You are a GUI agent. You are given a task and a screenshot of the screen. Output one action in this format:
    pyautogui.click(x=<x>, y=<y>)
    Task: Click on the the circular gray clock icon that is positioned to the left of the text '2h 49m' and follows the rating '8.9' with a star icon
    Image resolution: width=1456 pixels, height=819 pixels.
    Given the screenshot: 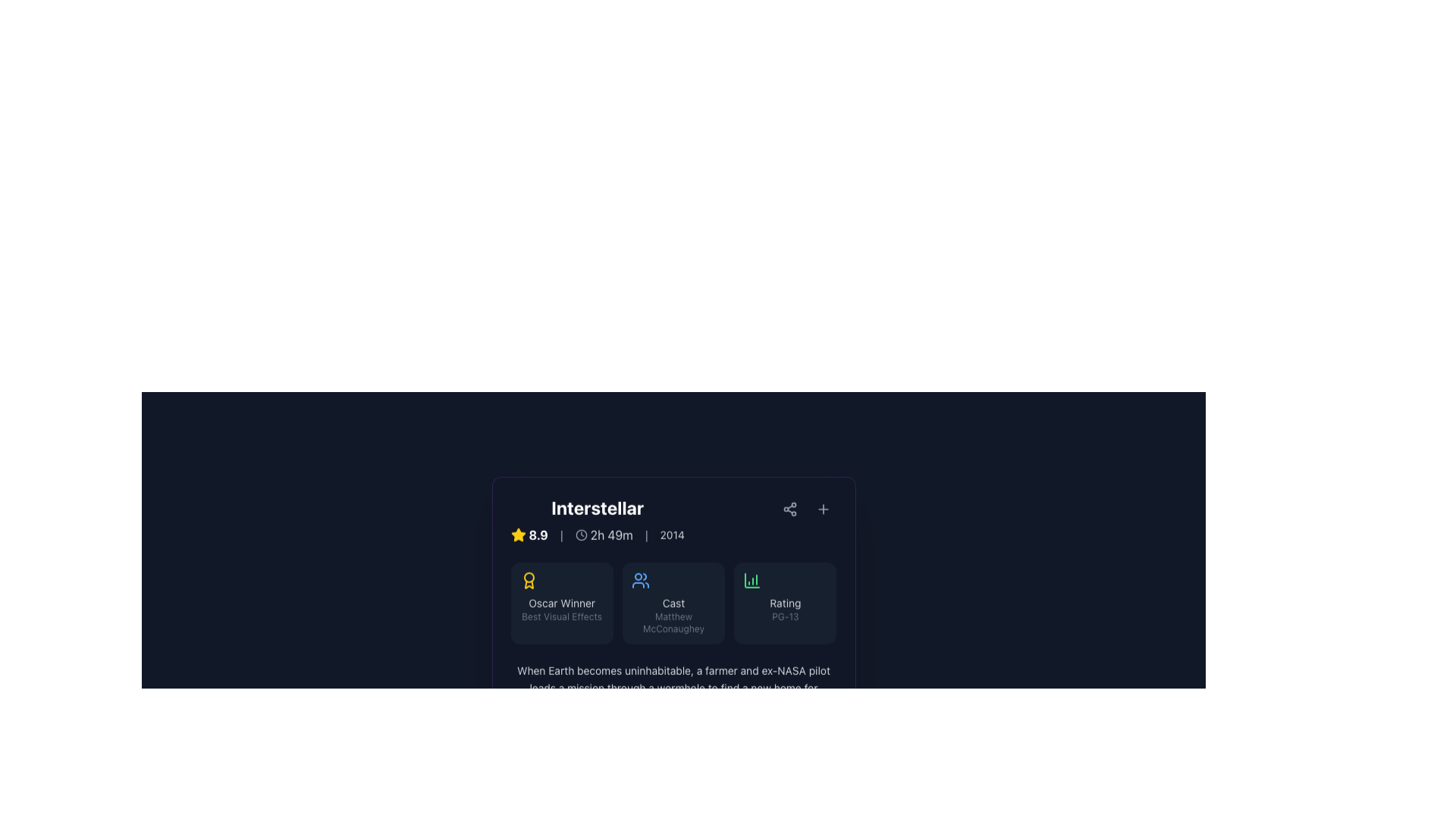 What is the action you would take?
    pyautogui.click(x=580, y=534)
    